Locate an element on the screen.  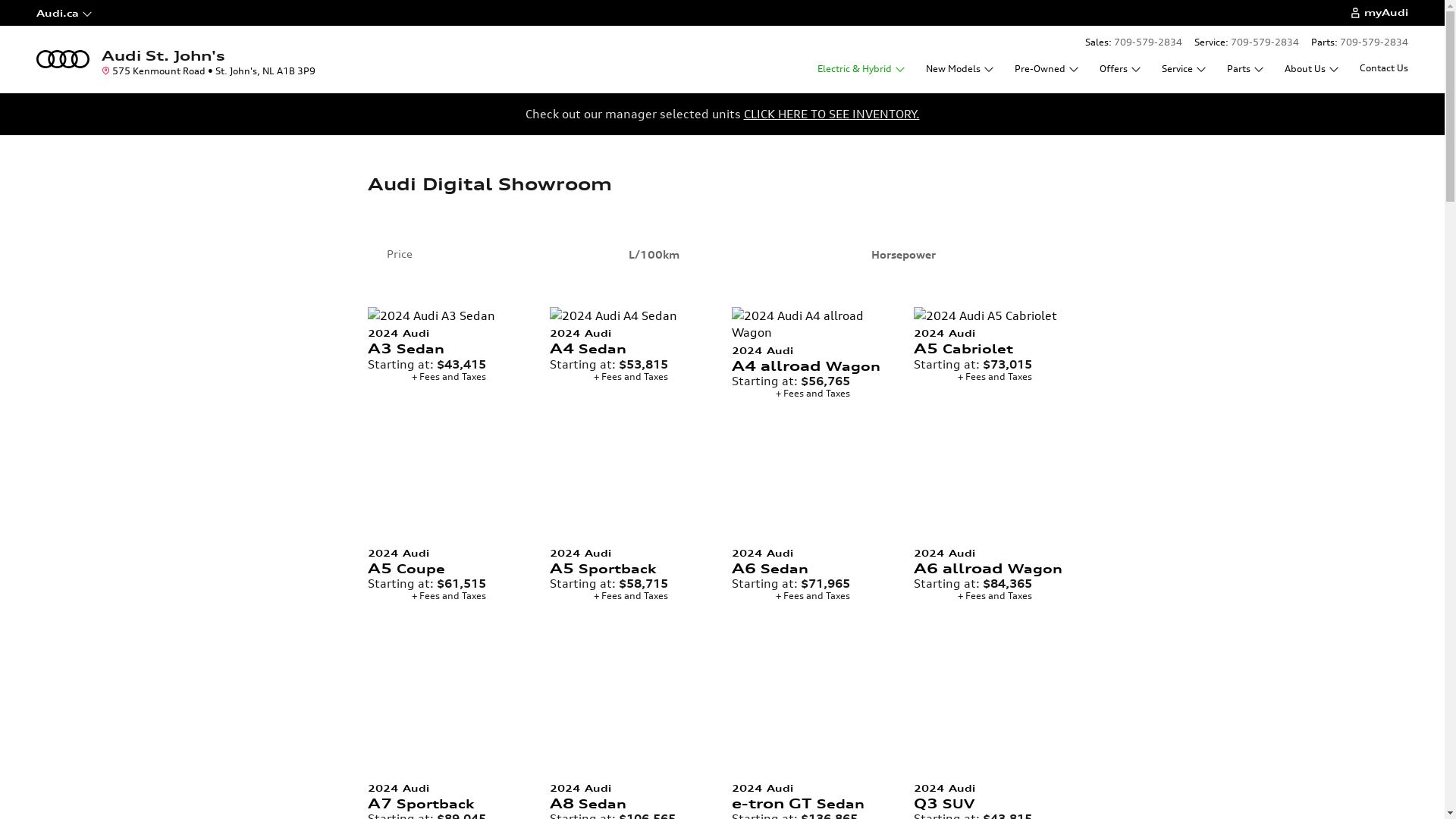
'Contact Us' is located at coordinates (1382, 67).